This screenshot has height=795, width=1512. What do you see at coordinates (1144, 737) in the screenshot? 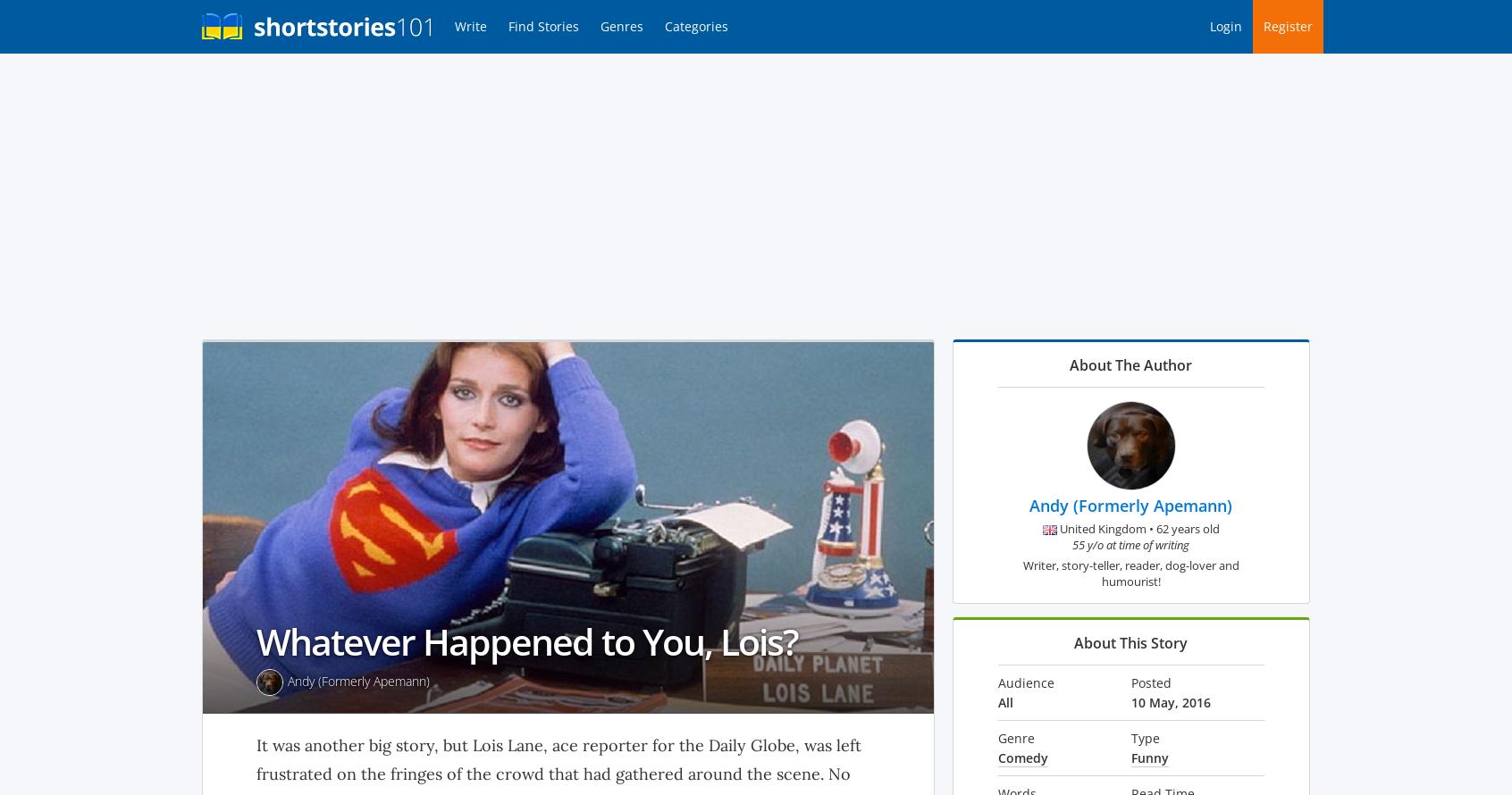
I see `'Type'` at bounding box center [1144, 737].